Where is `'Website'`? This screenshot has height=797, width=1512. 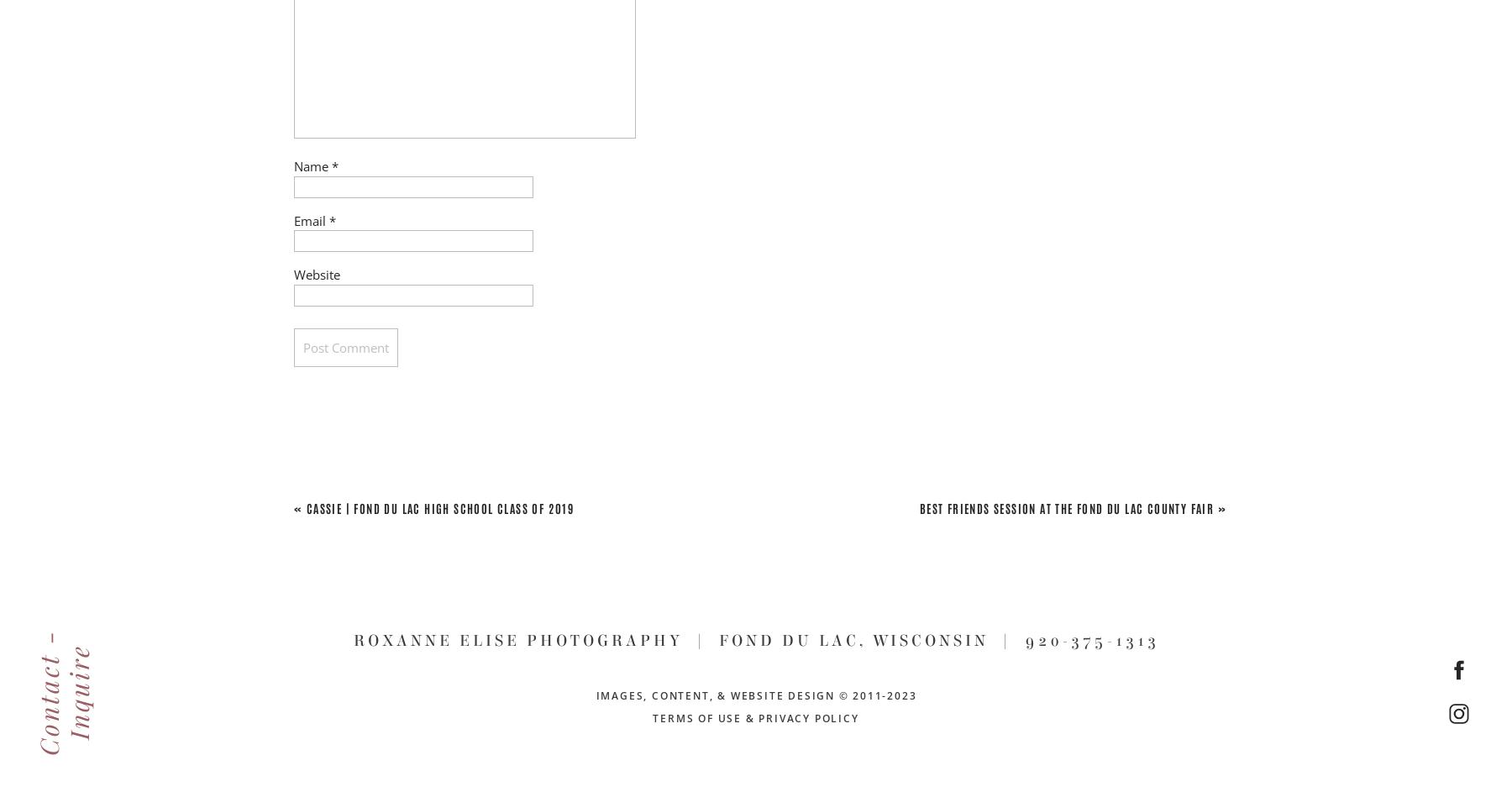
'Website' is located at coordinates (317, 275).